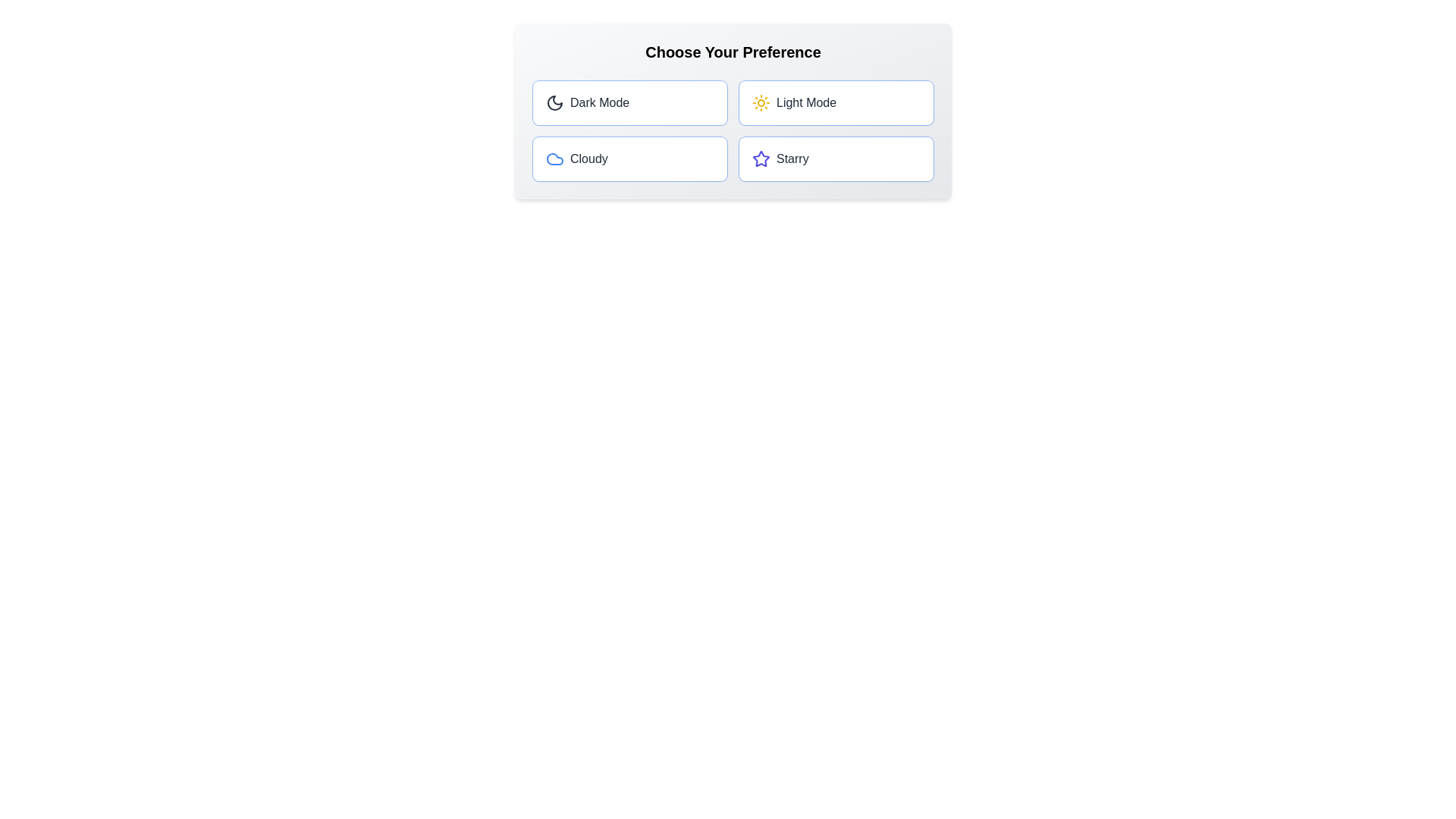 The width and height of the screenshot is (1456, 819). Describe the element at coordinates (554, 158) in the screenshot. I see `the blue outlined cloud-shaped icon in the lower-left quadrant of the preference selection interface` at that location.